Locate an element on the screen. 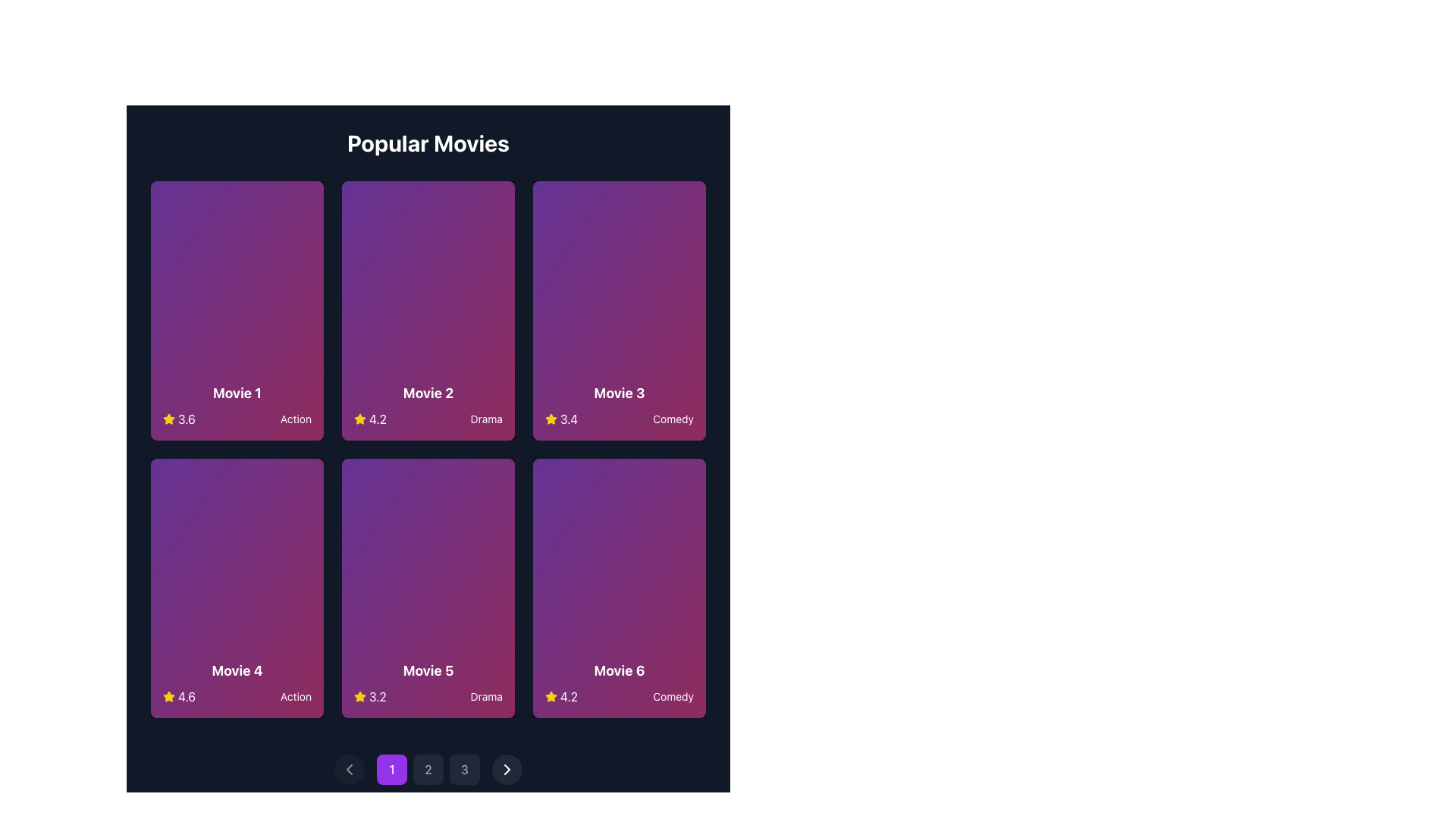  the average rating text label located at the bottom left corner of the 'Movie 5' card to emphasize it is located at coordinates (370, 696).